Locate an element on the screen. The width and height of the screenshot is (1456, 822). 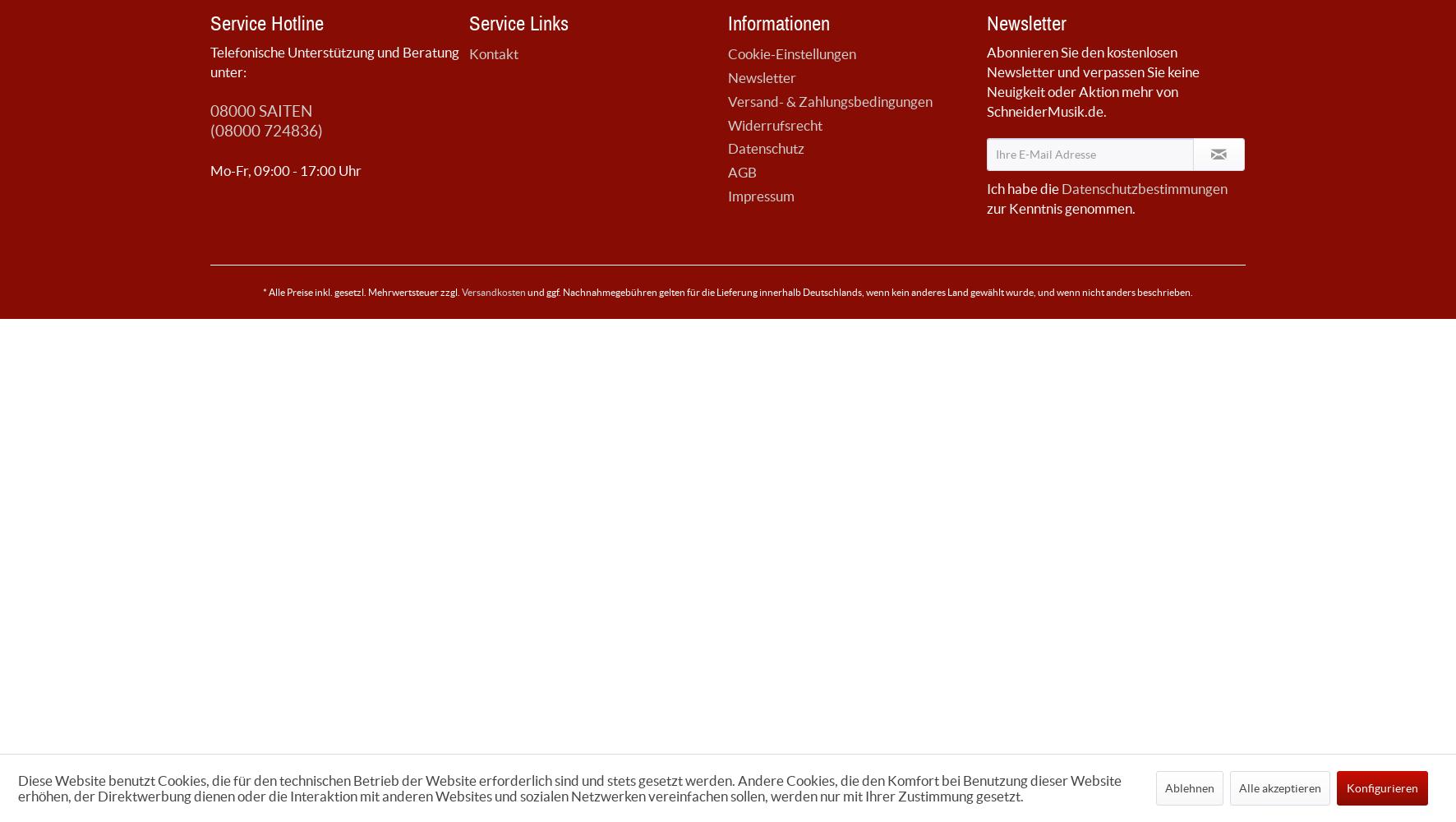
'Konfigurieren' is located at coordinates (1381, 787).